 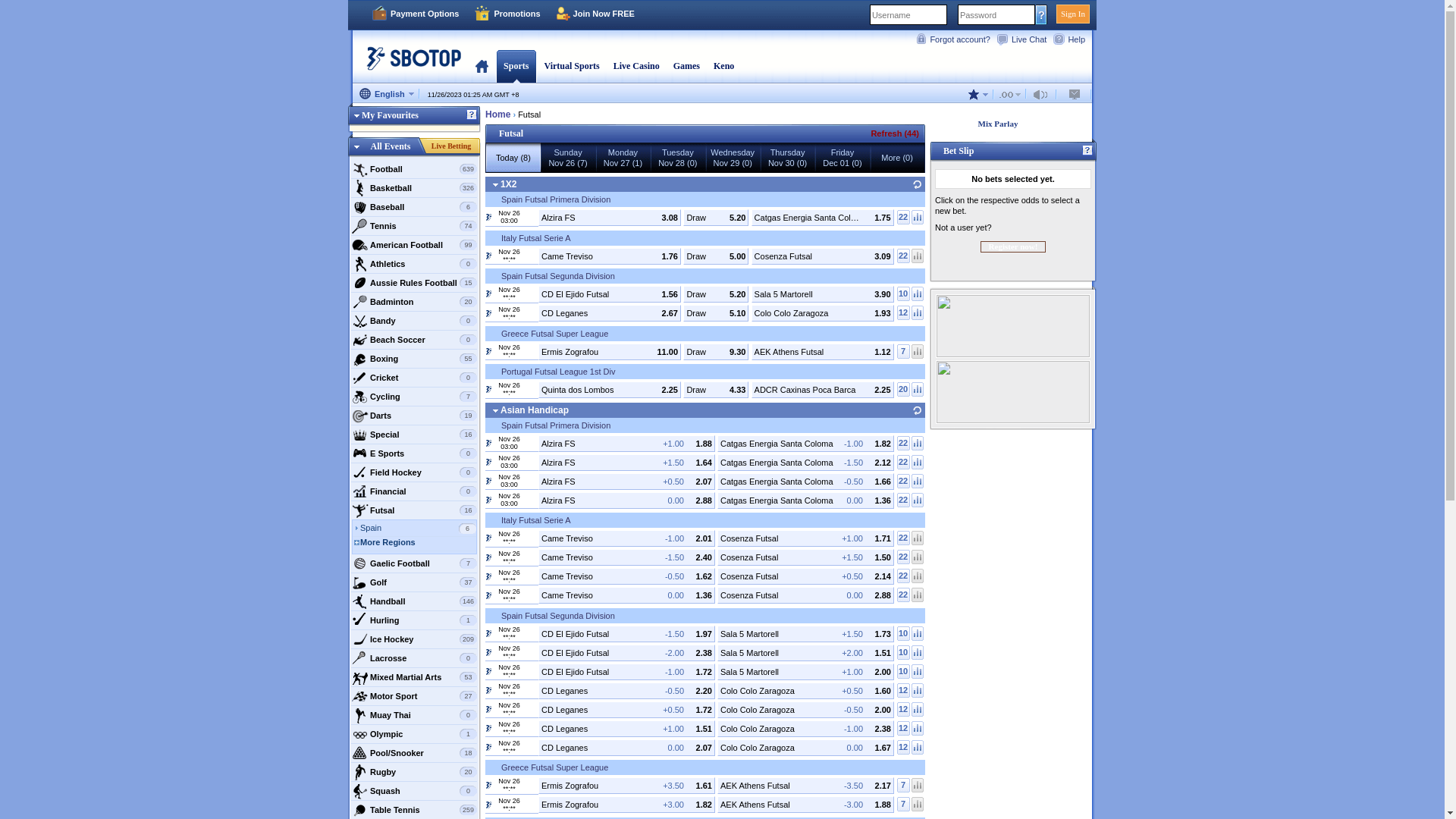 What do you see at coordinates (414, 696) in the screenshot?
I see `'Motor Sport` at bounding box center [414, 696].